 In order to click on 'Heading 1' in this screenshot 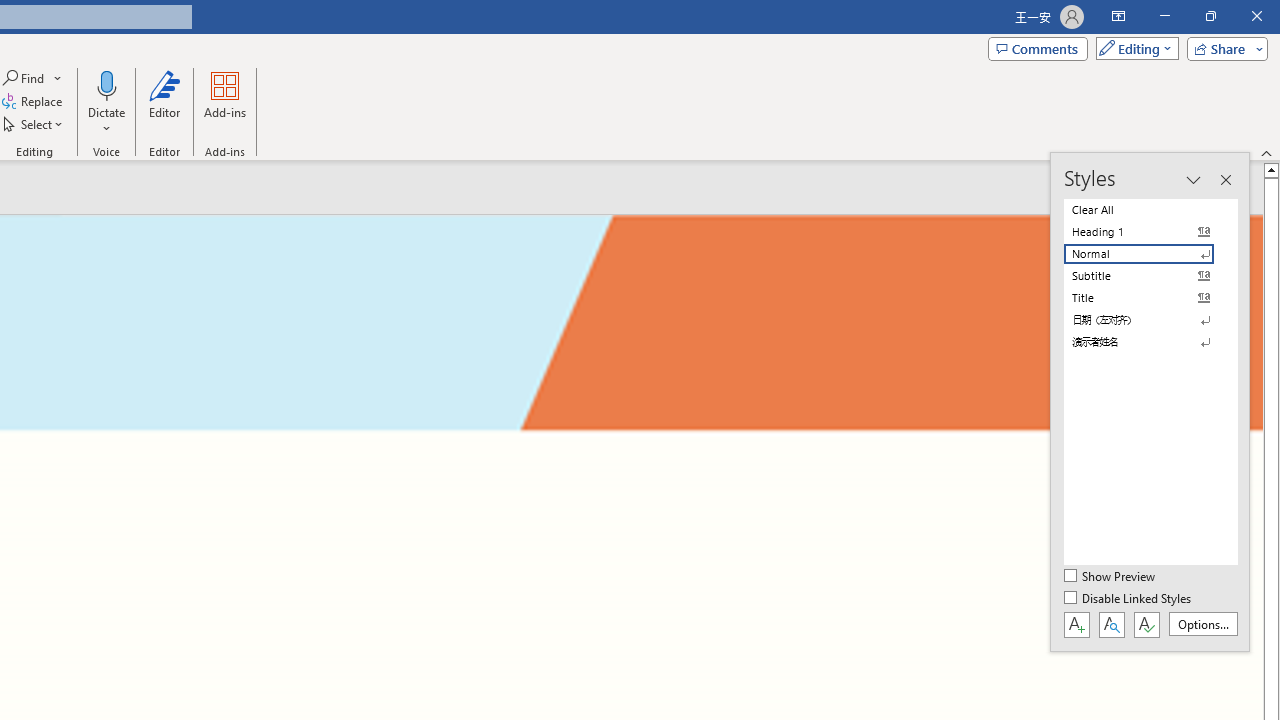, I will do `click(1150, 231)`.